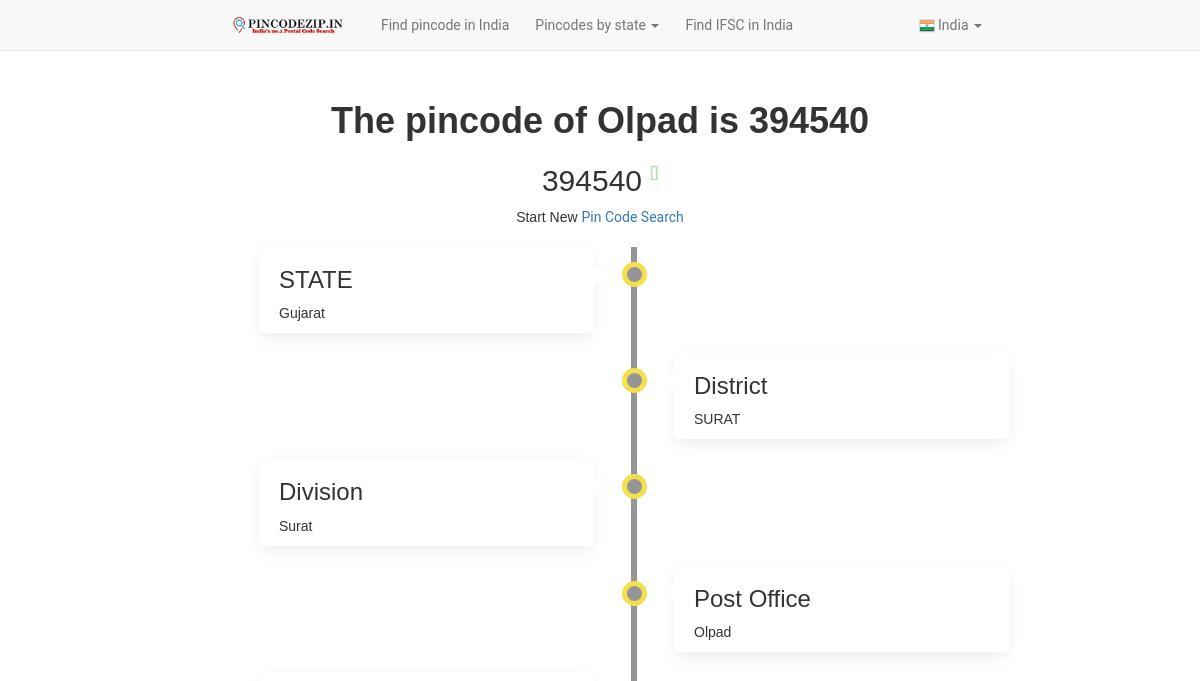  Describe the element at coordinates (278, 310) in the screenshot. I see `'Gujarat'` at that location.